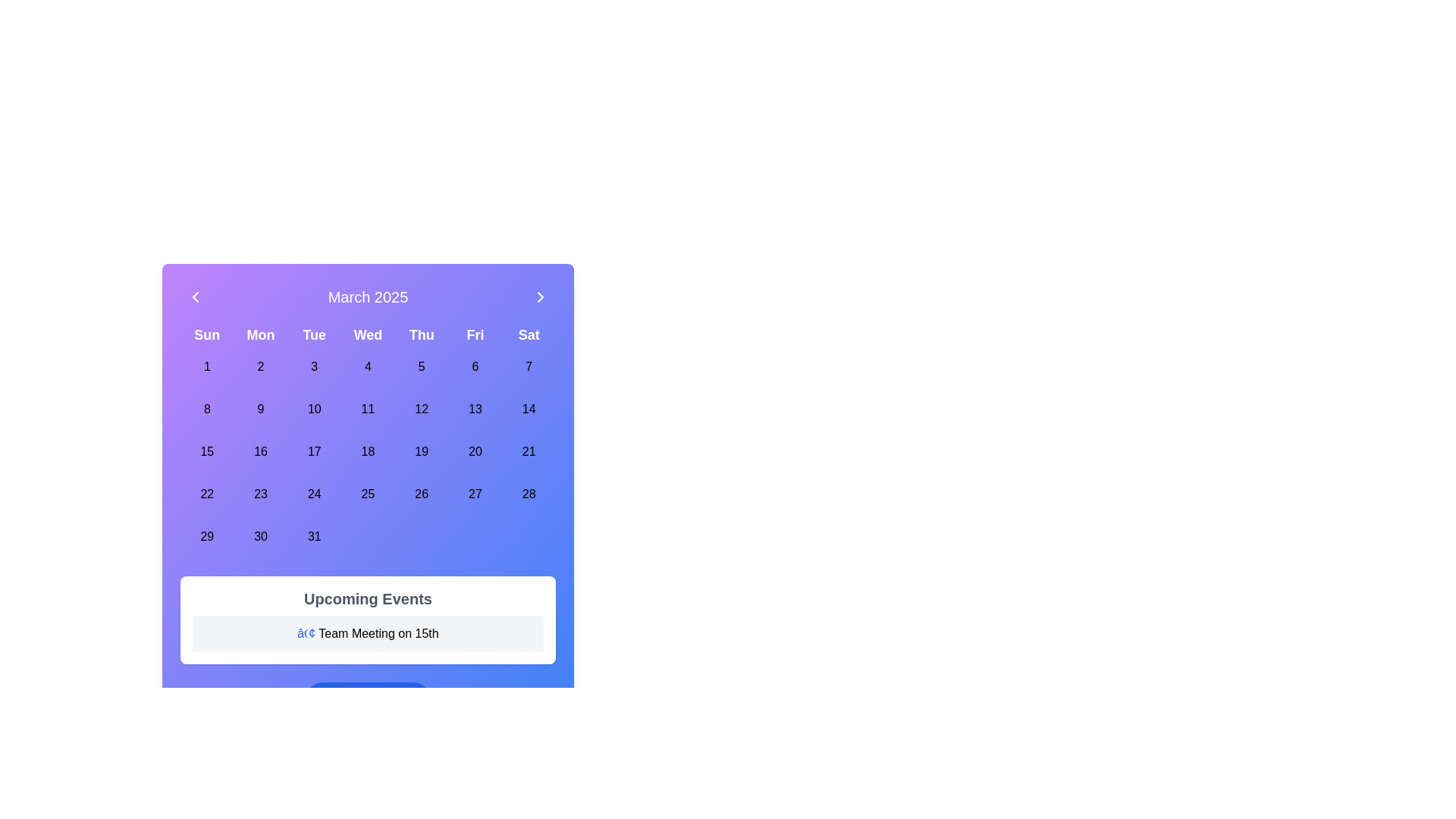 This screenshot has width=1456, height=819. I want to click on the date button representing the 27th day of the month in the calendar grid, so click(474, 494).